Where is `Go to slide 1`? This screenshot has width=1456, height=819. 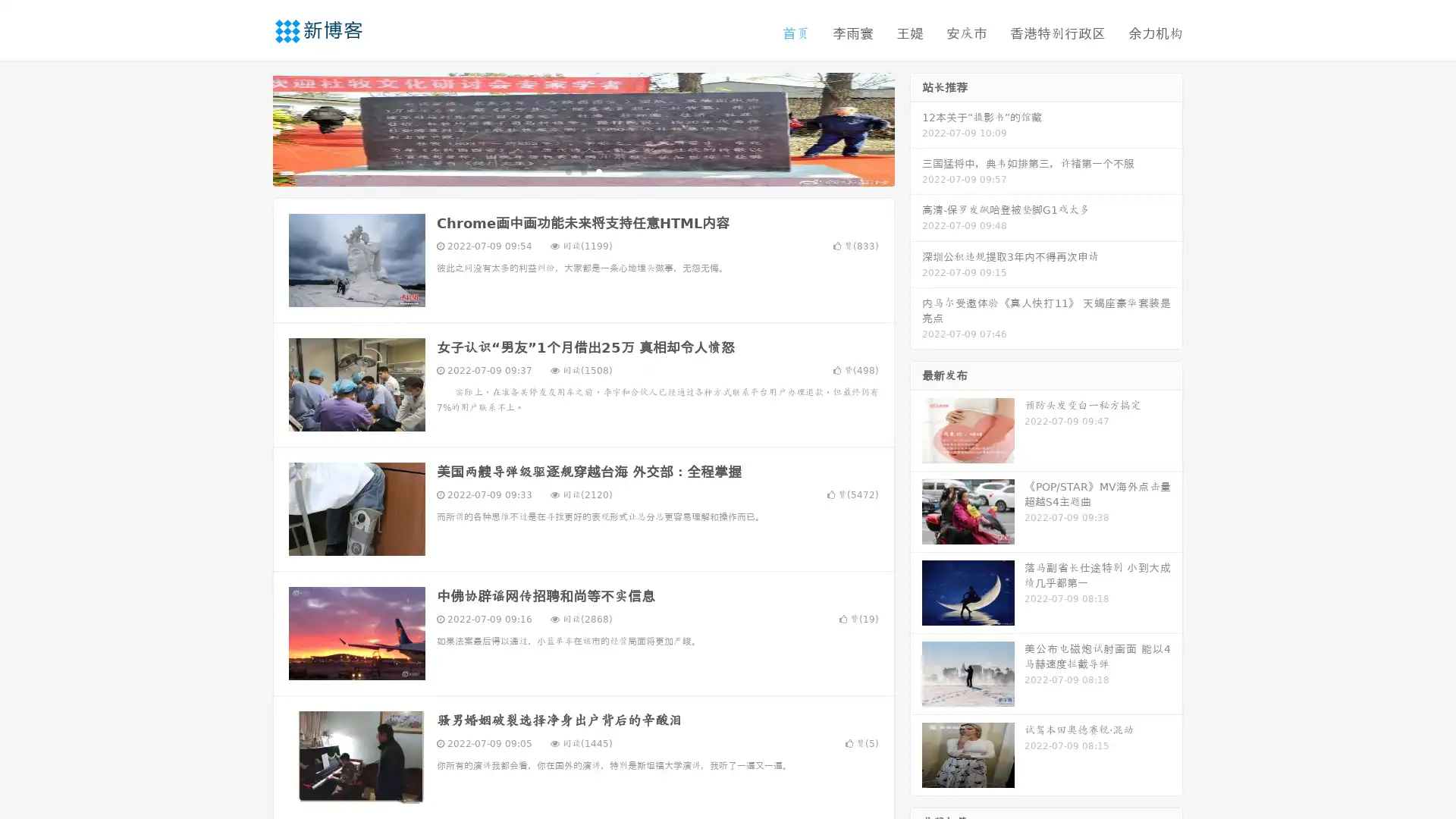 Go to slide 1 is located at coordinates (567, 171).